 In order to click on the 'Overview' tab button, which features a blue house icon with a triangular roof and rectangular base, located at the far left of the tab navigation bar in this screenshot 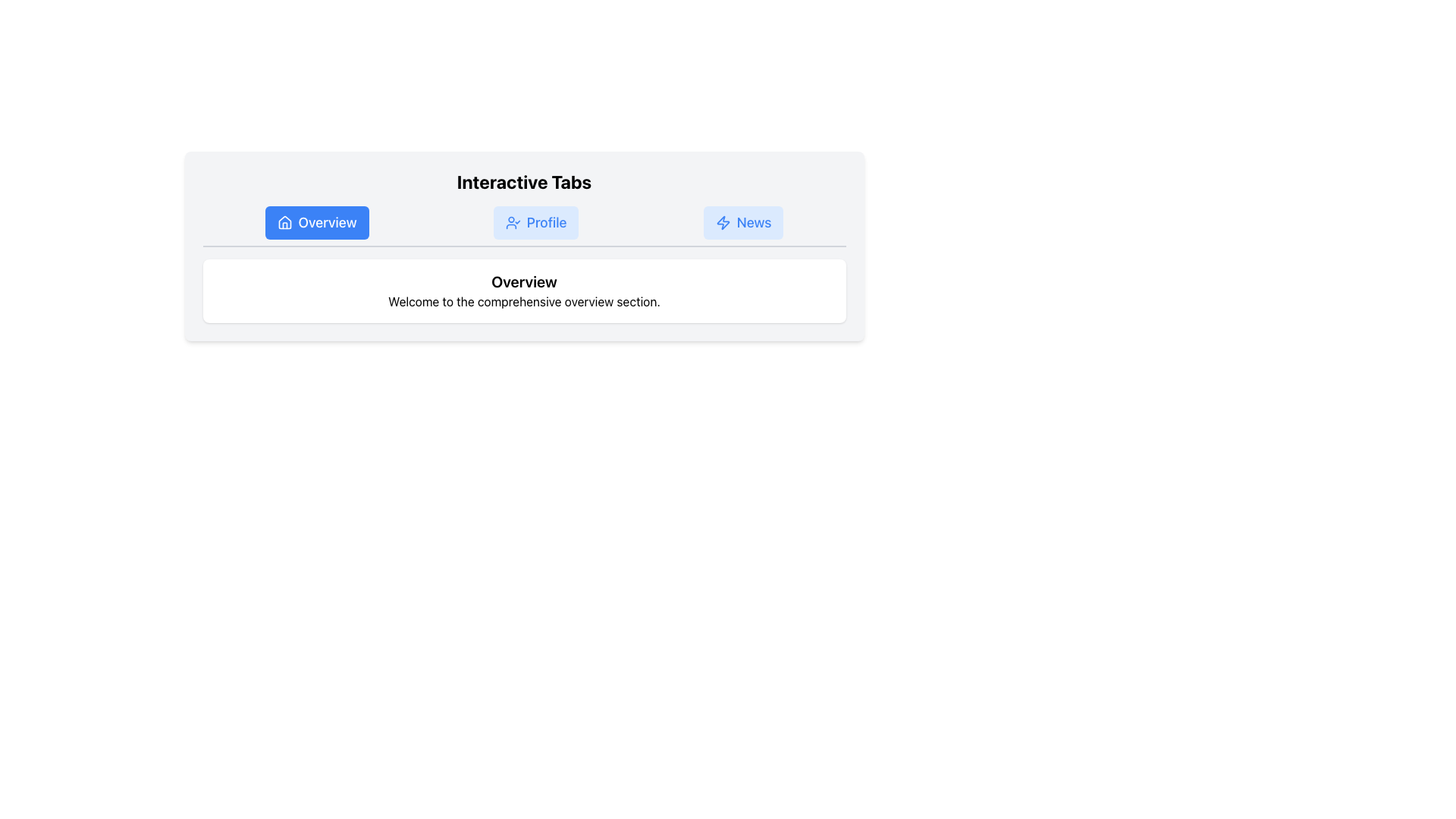, I will do `click(284, 222)`.